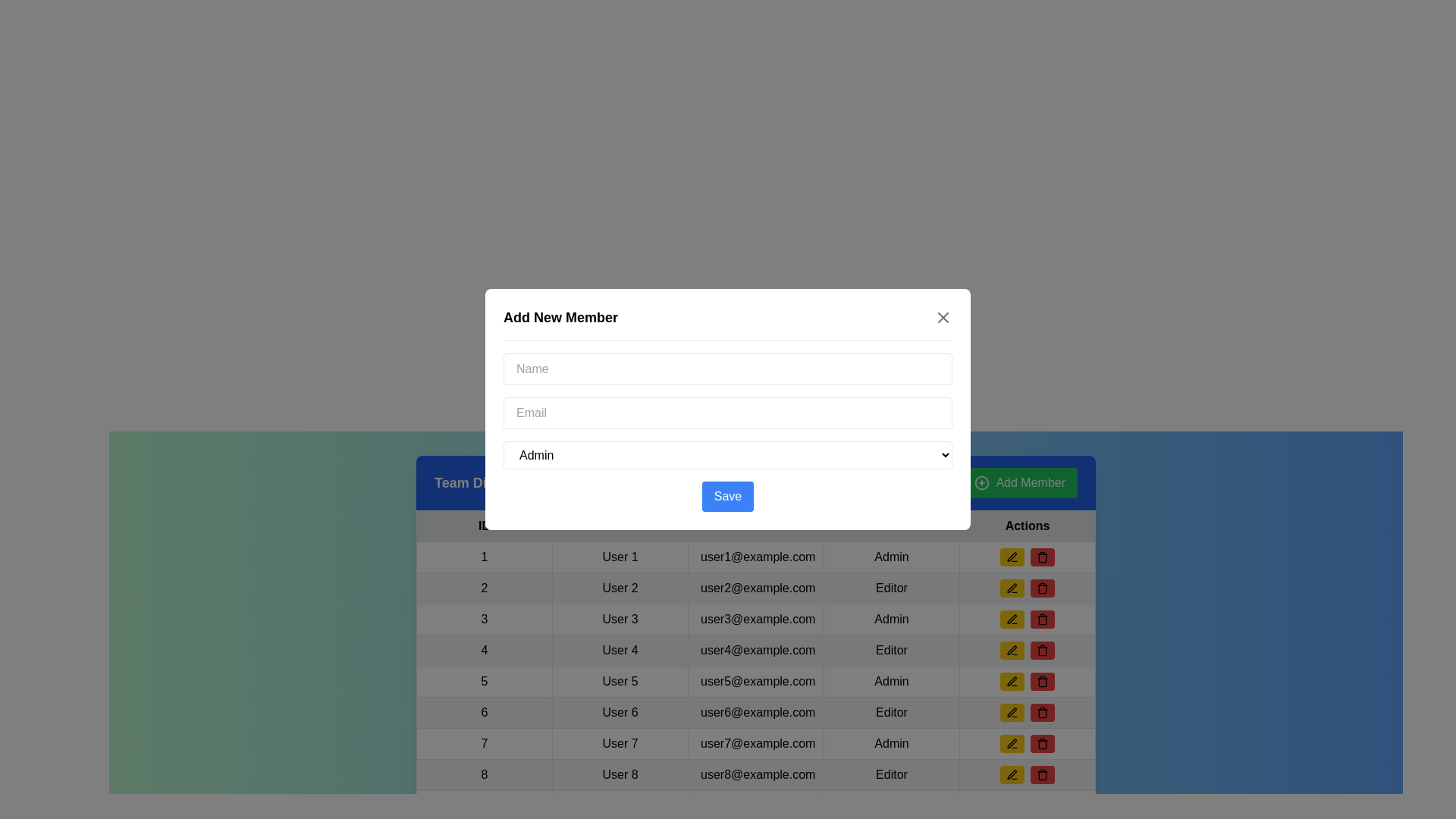 The height and width of the screenshot is (819, 1456). What do you see at coordinates (483, 587) in the screenshot?
I see `the table cell displaying the number '2' in black text on a white background, located in the first column of the second row` at bounding box center [483, 587].